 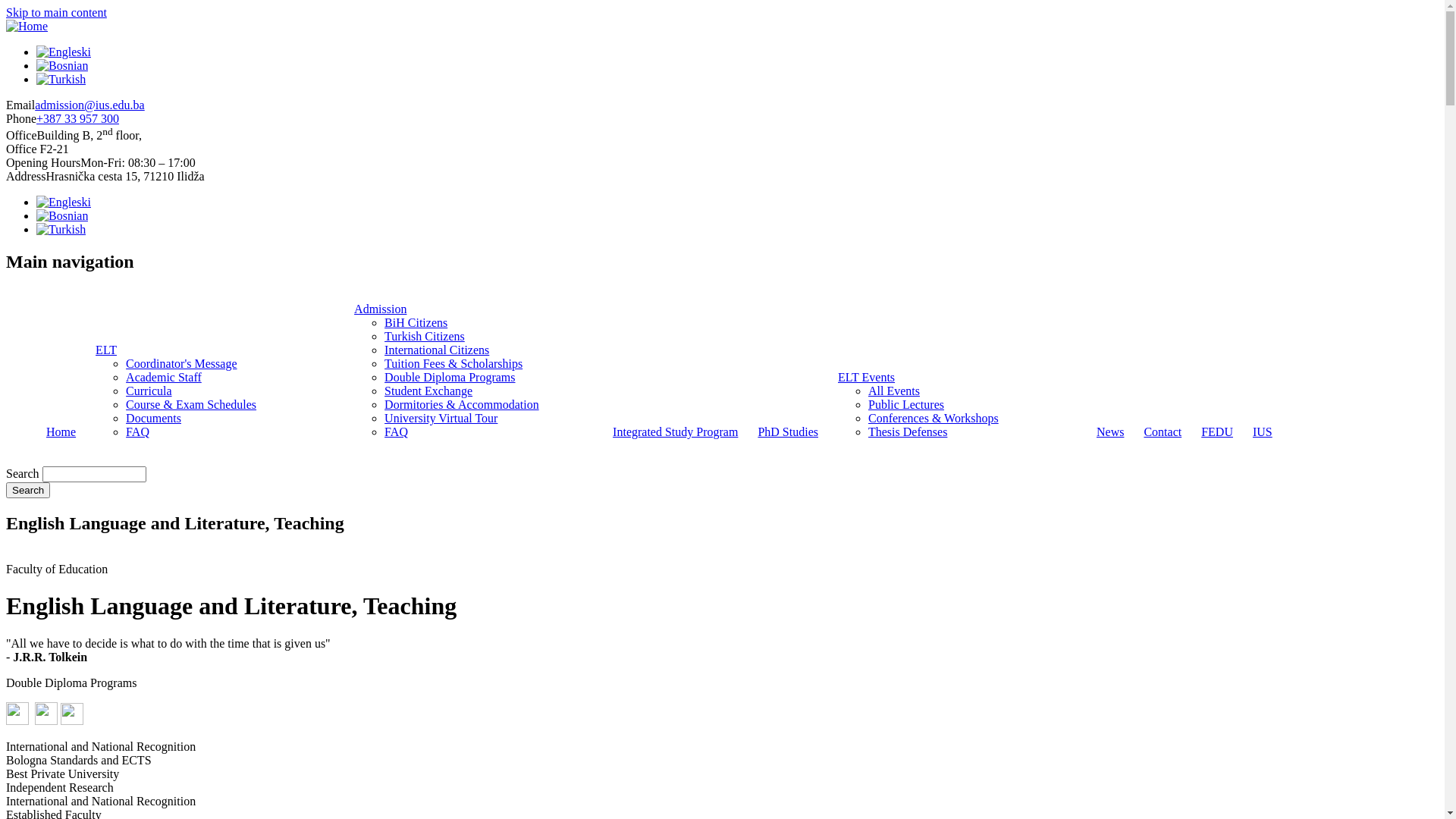 I want to click on 'Home', so click(x=61, y=431).